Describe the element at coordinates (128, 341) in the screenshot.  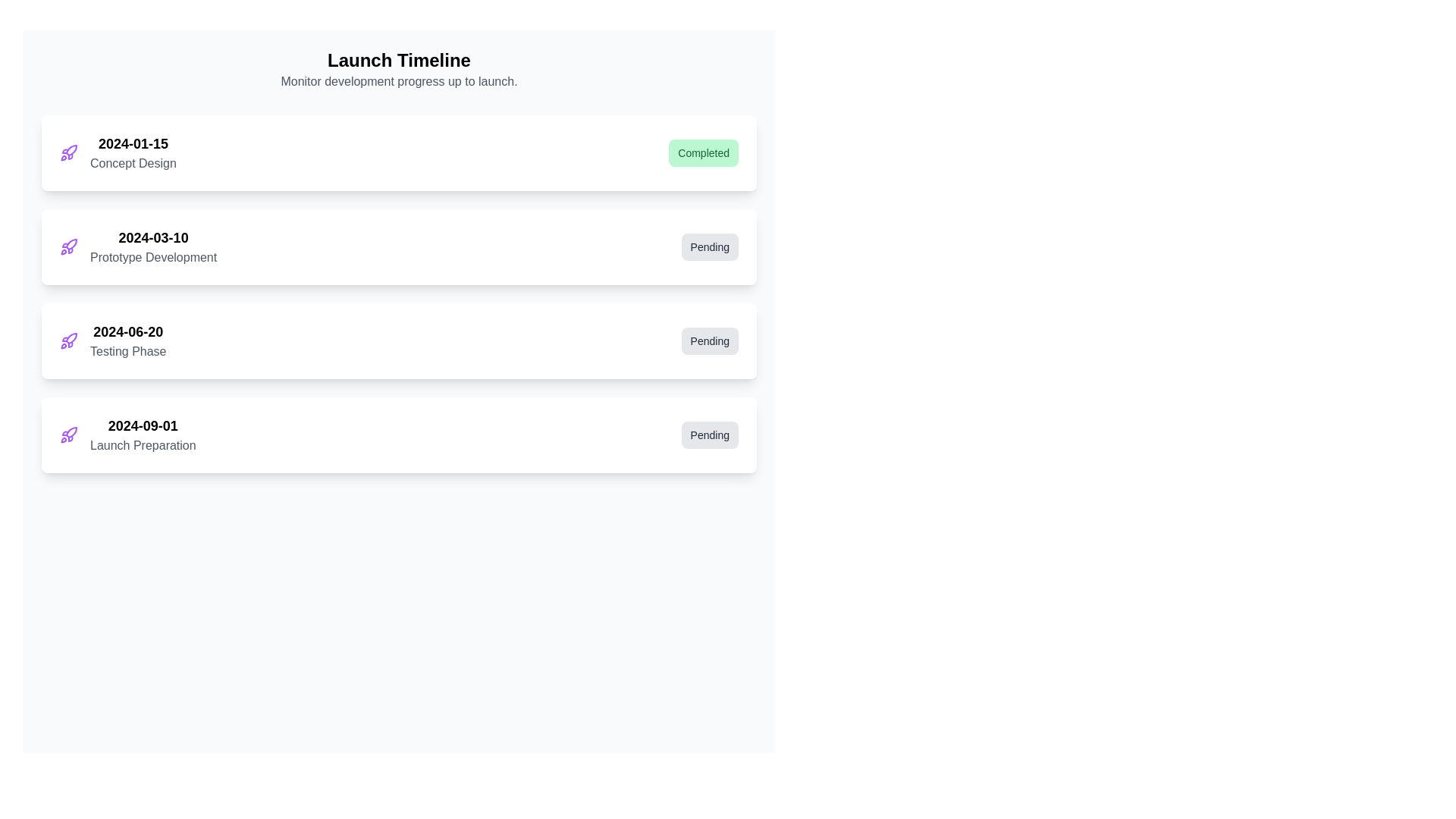
I see `text content of the static text element displaying the date '2024-06-20' and 'Testing Phase' in a white rectangular card with a purple rocket icon next to it` at that location.